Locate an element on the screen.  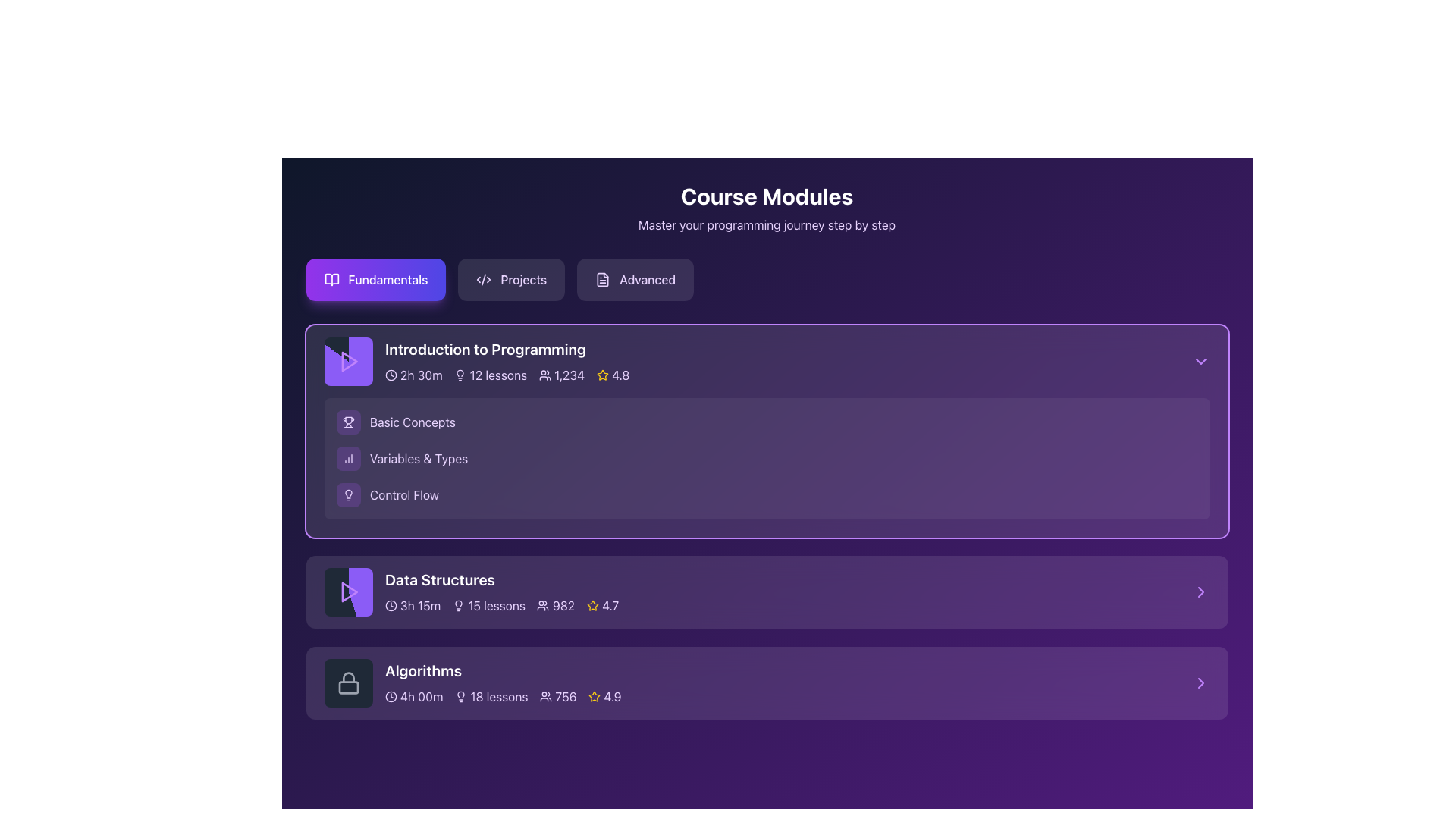
the 'Fundamentals' button, which is a rectangular button with rounded corners, featuring a gradient background from purple to indigo, an open book icon, and the text 'Fundamentals' in bold white font is located at coordinates (375, 280).